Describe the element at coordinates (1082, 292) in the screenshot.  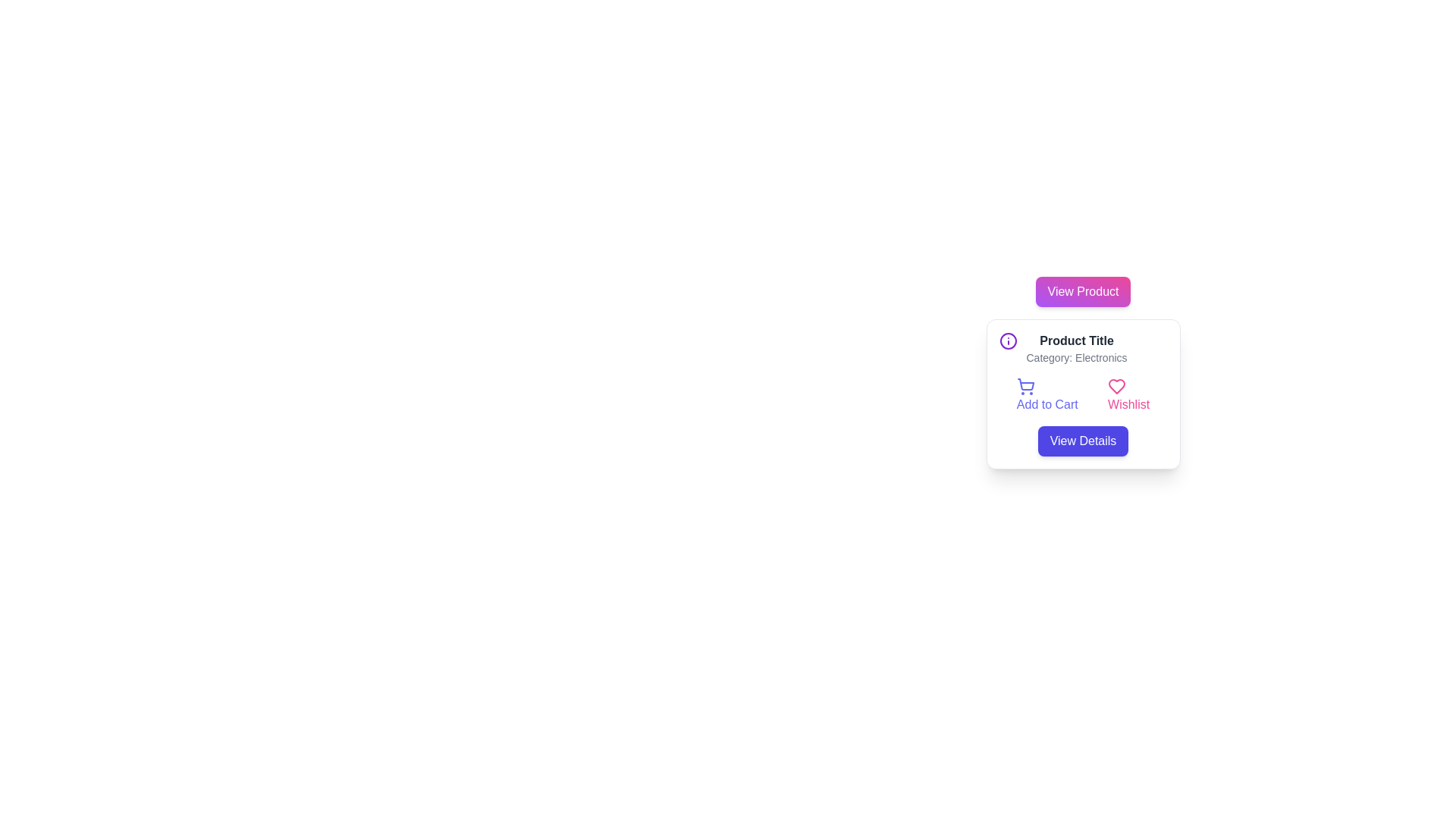
I see `the 'View Product' button, which has a gradient background from purple to pink and features white text, to observe its hover effects` at that location.